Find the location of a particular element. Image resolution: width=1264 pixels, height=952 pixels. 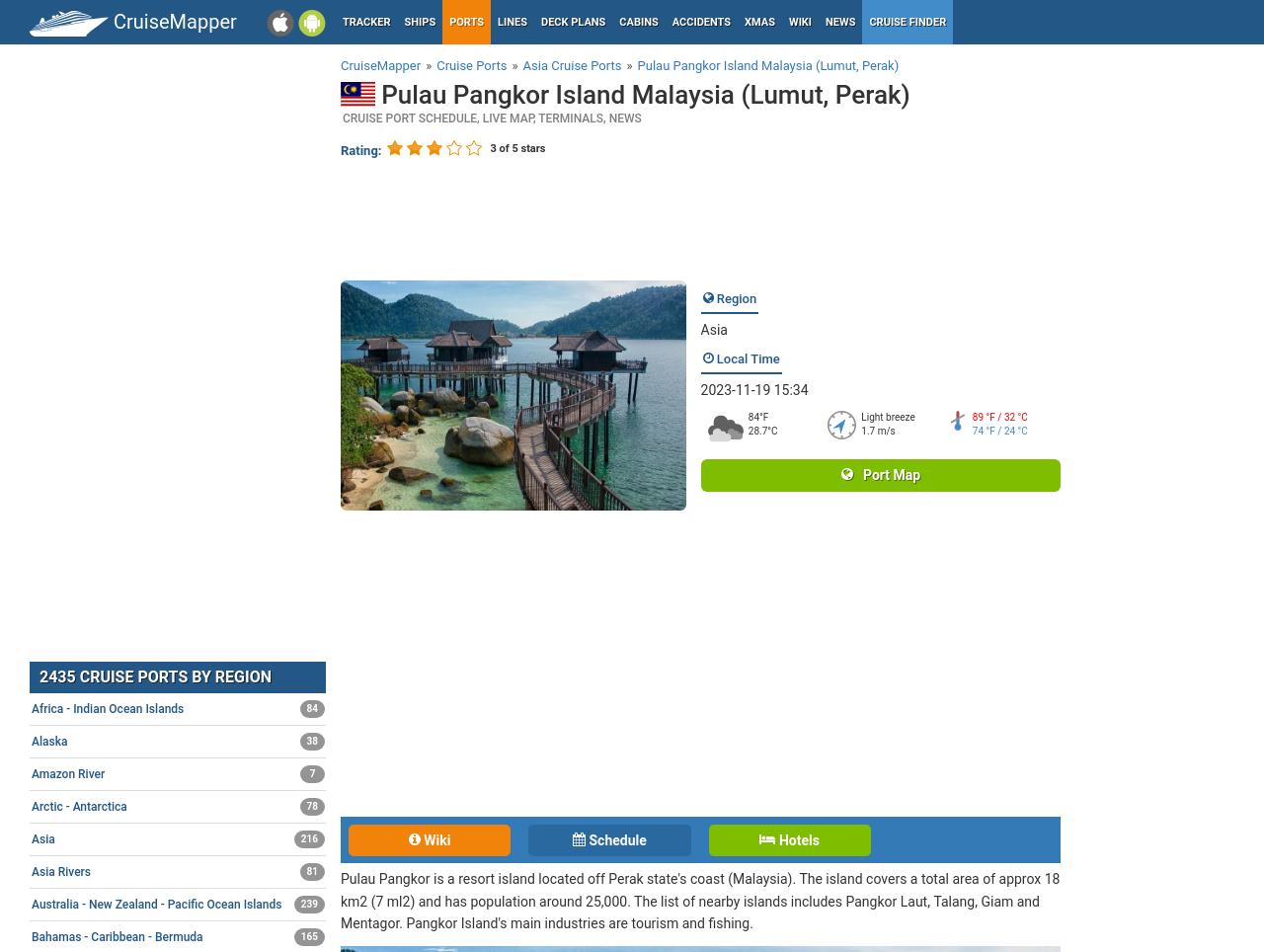

'Asia Rivers' is located at coordinates (60, 870).